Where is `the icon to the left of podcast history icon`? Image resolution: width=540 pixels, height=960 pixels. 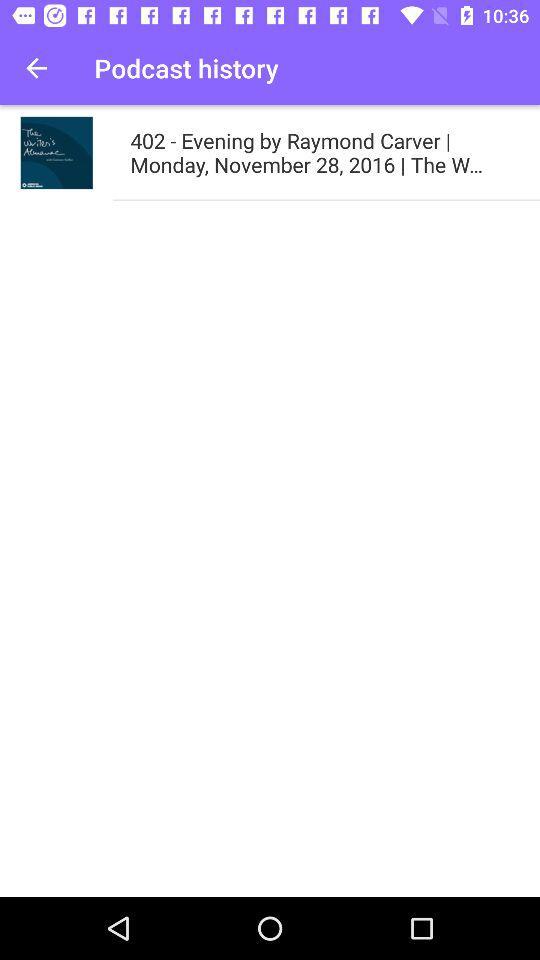
the icon to the left of podcast history icon is located at coordinates (36, 68).